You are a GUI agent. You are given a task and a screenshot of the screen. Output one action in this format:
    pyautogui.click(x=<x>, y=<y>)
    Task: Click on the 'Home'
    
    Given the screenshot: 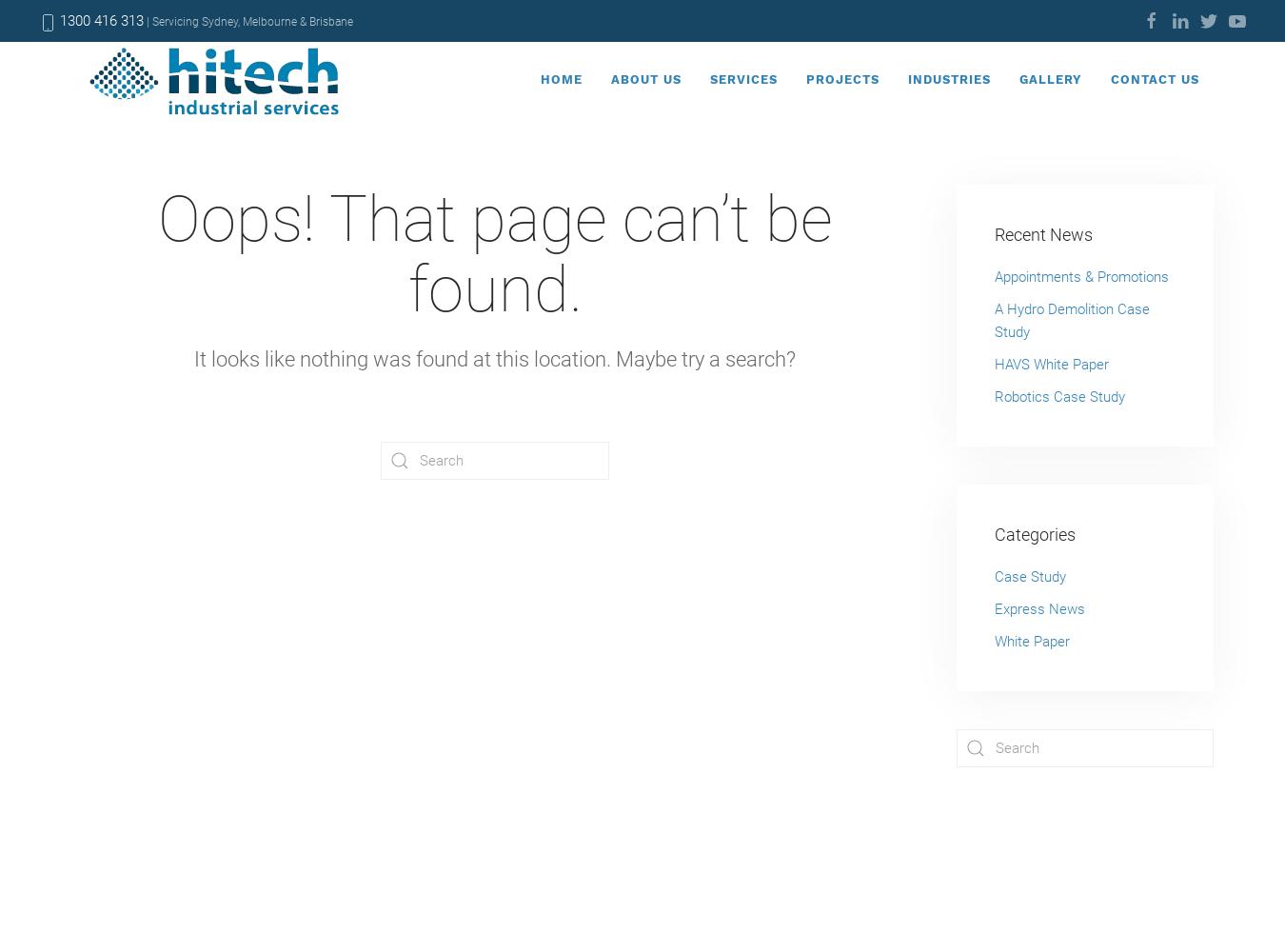 What is the action you would take?
    pyautogui.click(x=561, y=77)
    